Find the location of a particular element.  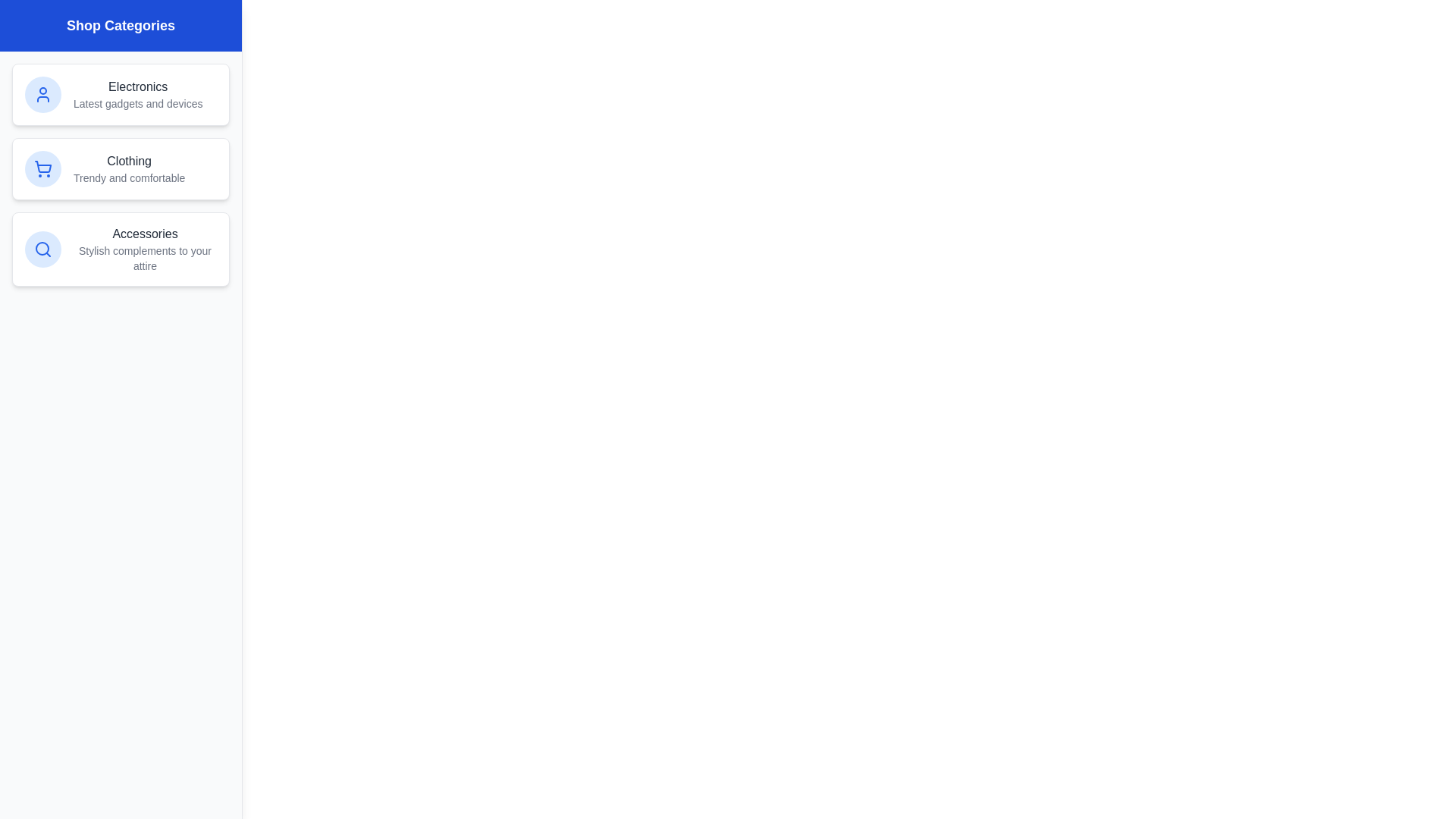

the header text 'Shop Categories' by clicking or hovering over it is located at coordinates (120, 26).